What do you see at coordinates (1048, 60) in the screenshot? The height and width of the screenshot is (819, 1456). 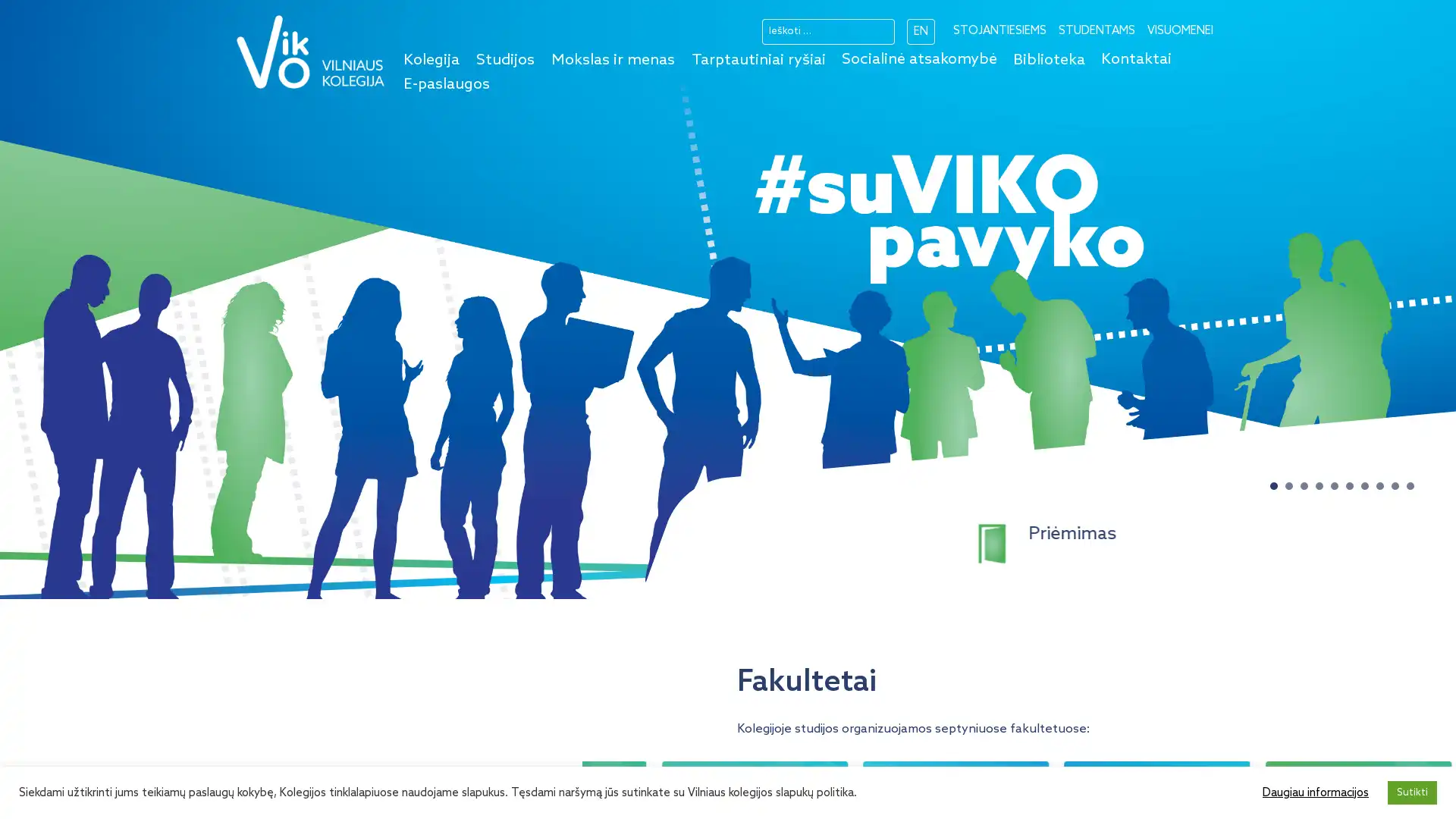 I see `Biblioteka` at bounding box center [1048, 60].